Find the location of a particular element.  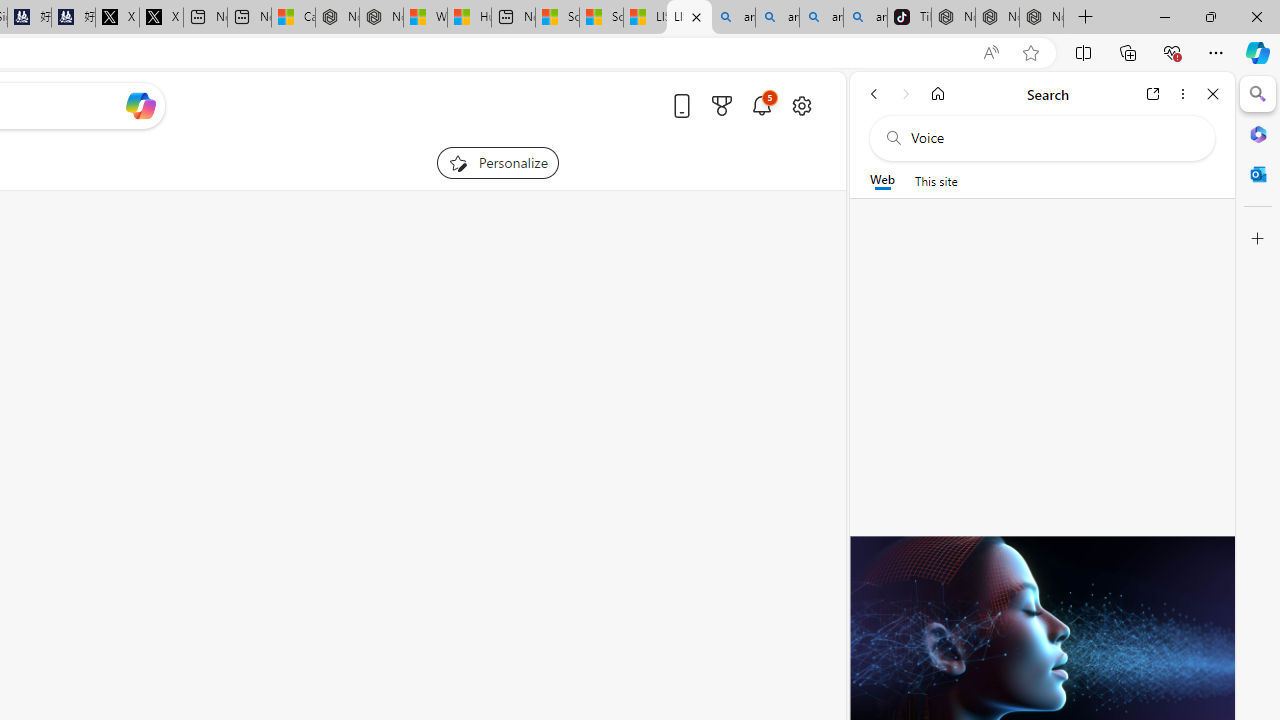

'Open settings' is located at coordinates (801, 105).